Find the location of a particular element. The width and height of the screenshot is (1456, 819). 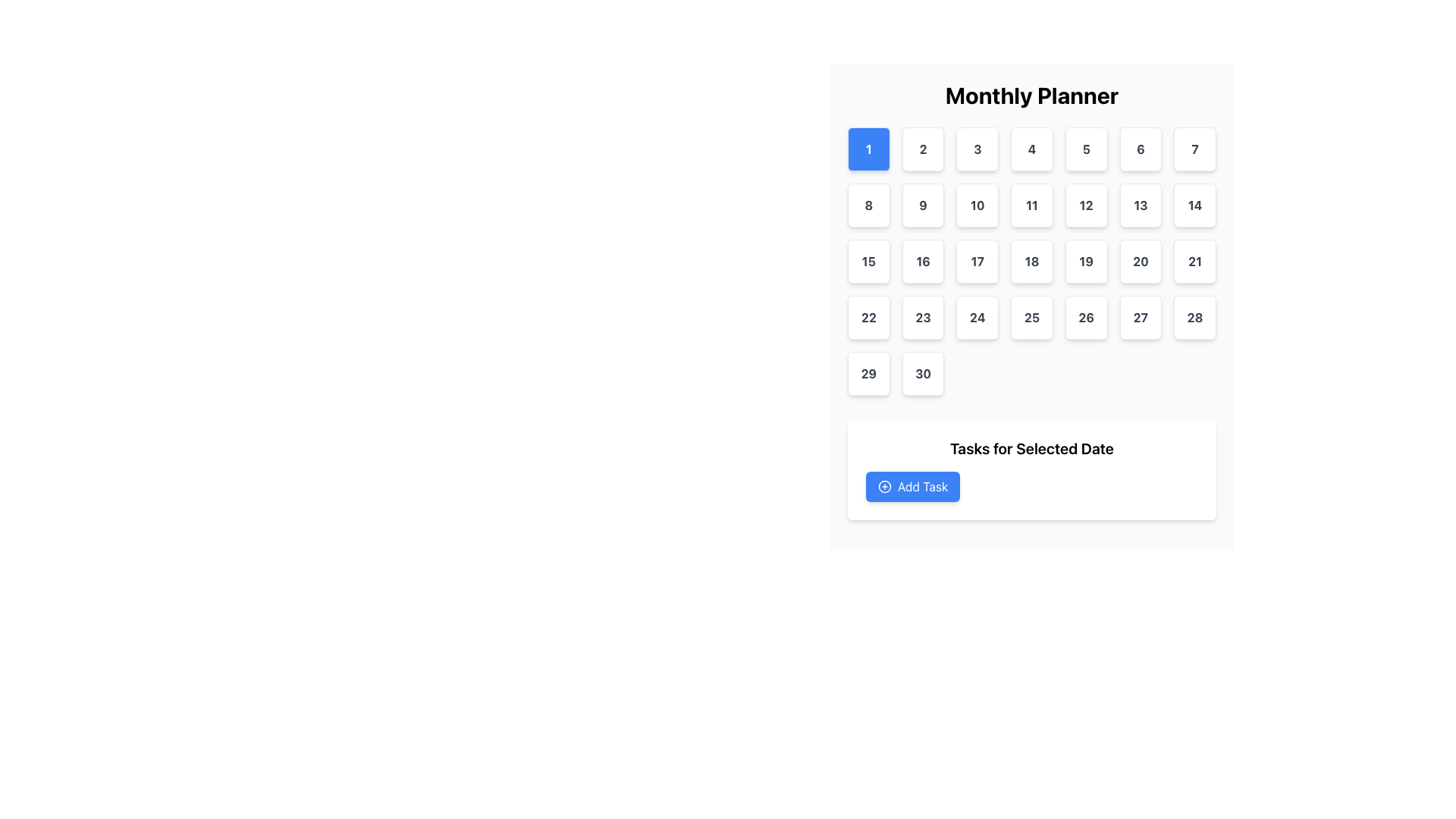

the calendar grid cell displaying the number '20' is located at coordinates (1141, 260).